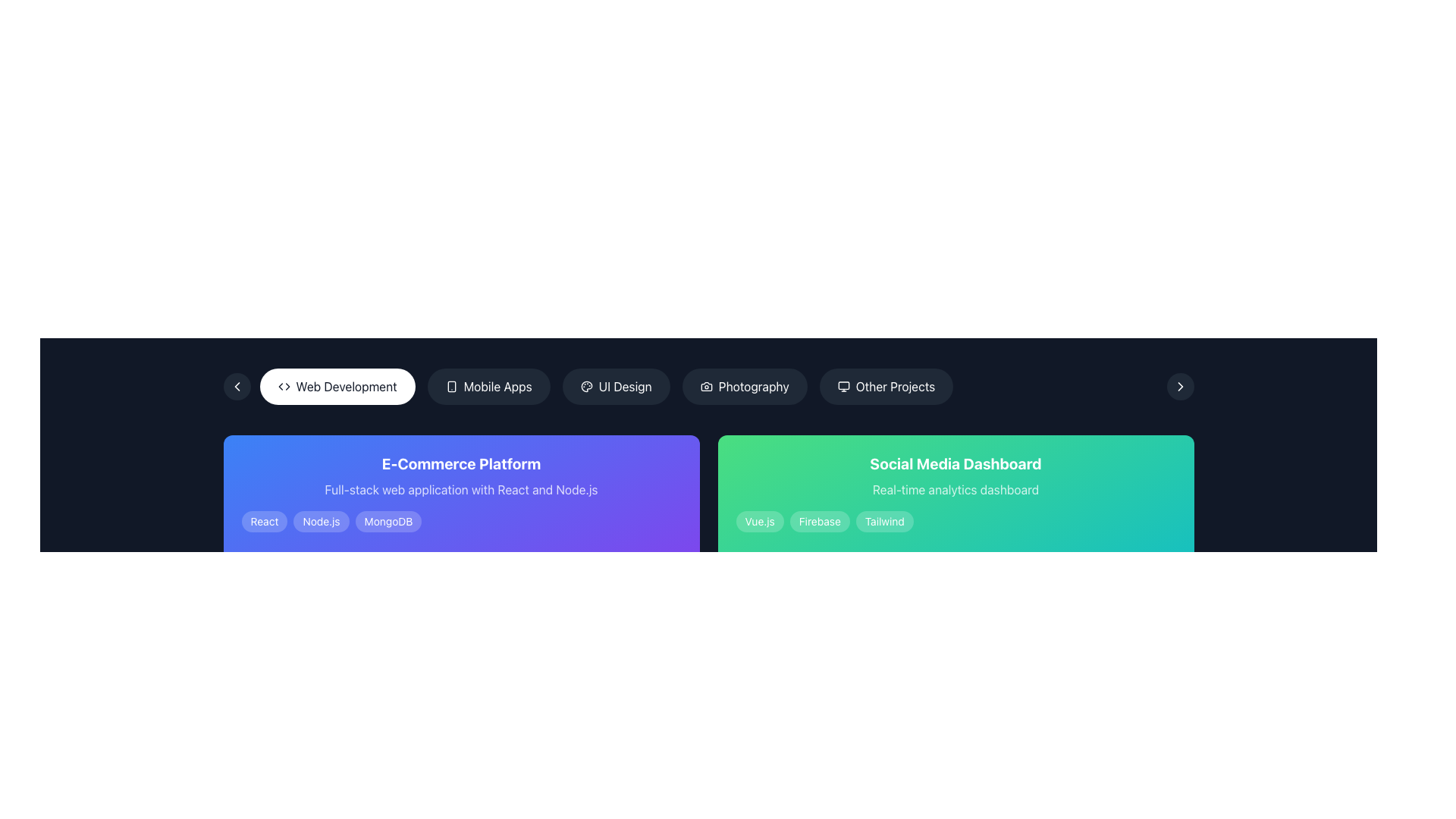 This screenshot has width=1456, height=819. Describe the element at coordinates (497, 385) in the screenshot. I see `the text label within the navigation button that serves to redirect or filter content related to mobile app projects, positioned to the right of the 'Web Development' button` at that location.